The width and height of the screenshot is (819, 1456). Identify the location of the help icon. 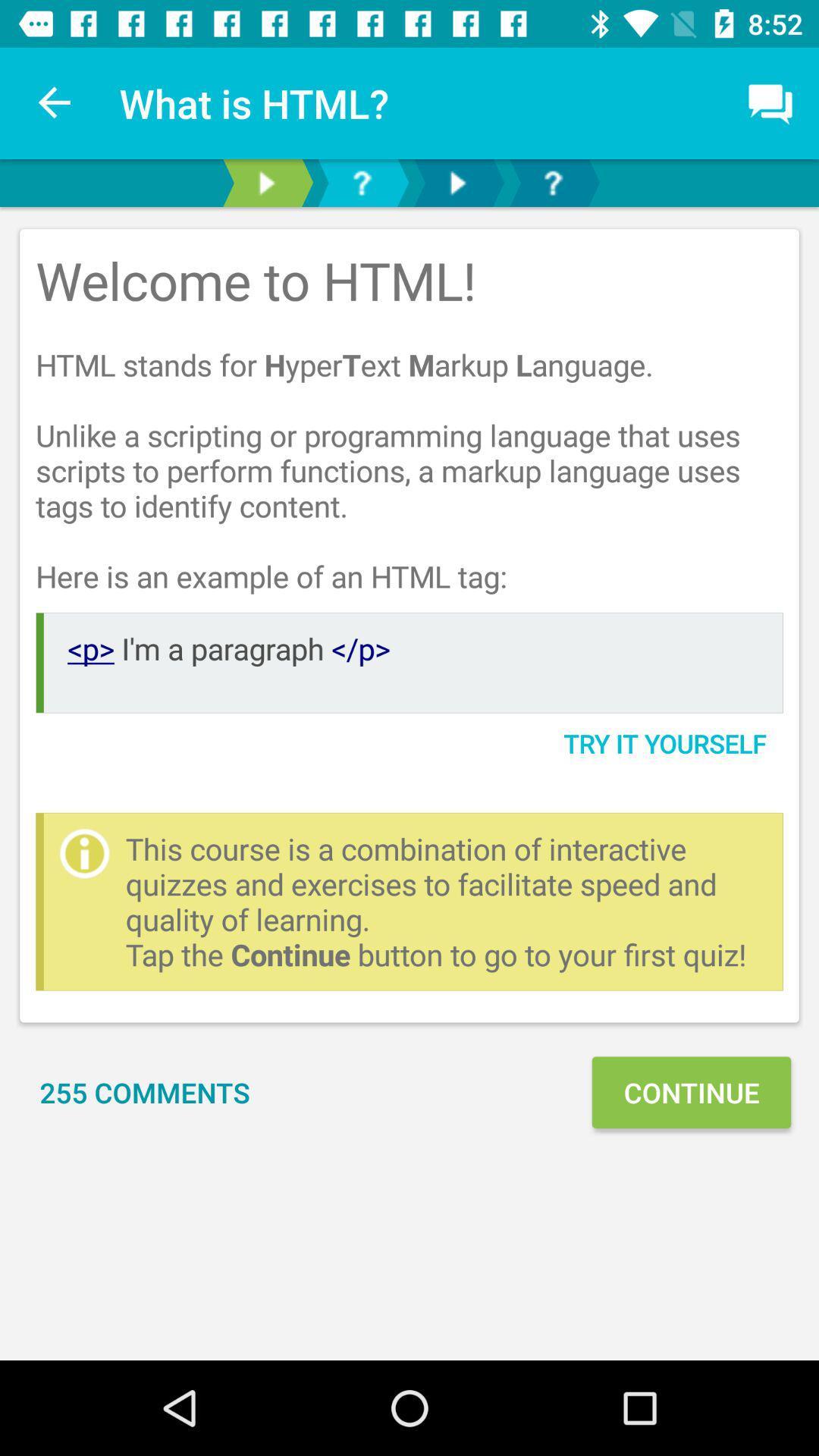
(362, 182).